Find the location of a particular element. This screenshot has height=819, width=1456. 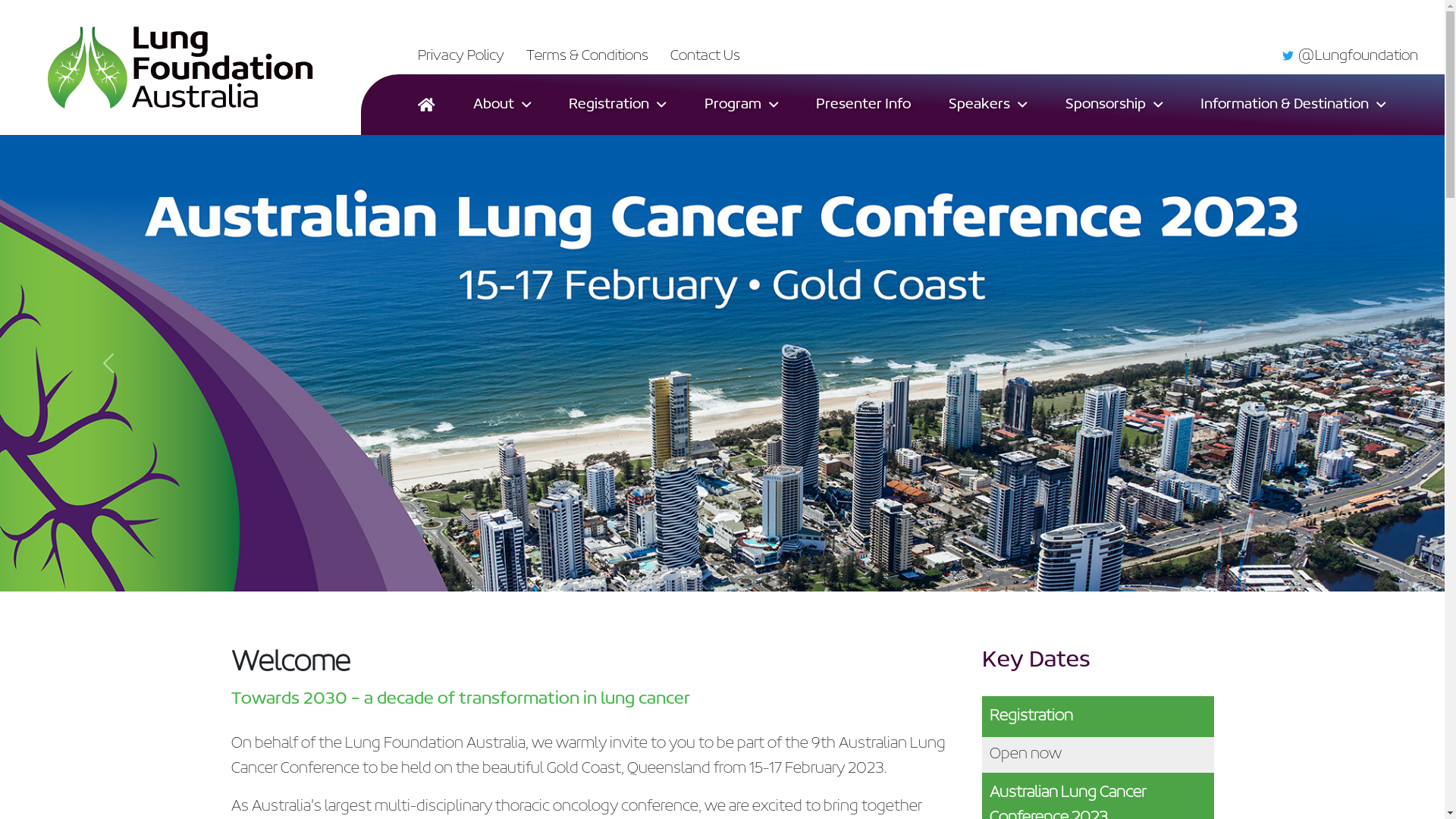

'Presenter Info' is located at coordinates (796, 104).